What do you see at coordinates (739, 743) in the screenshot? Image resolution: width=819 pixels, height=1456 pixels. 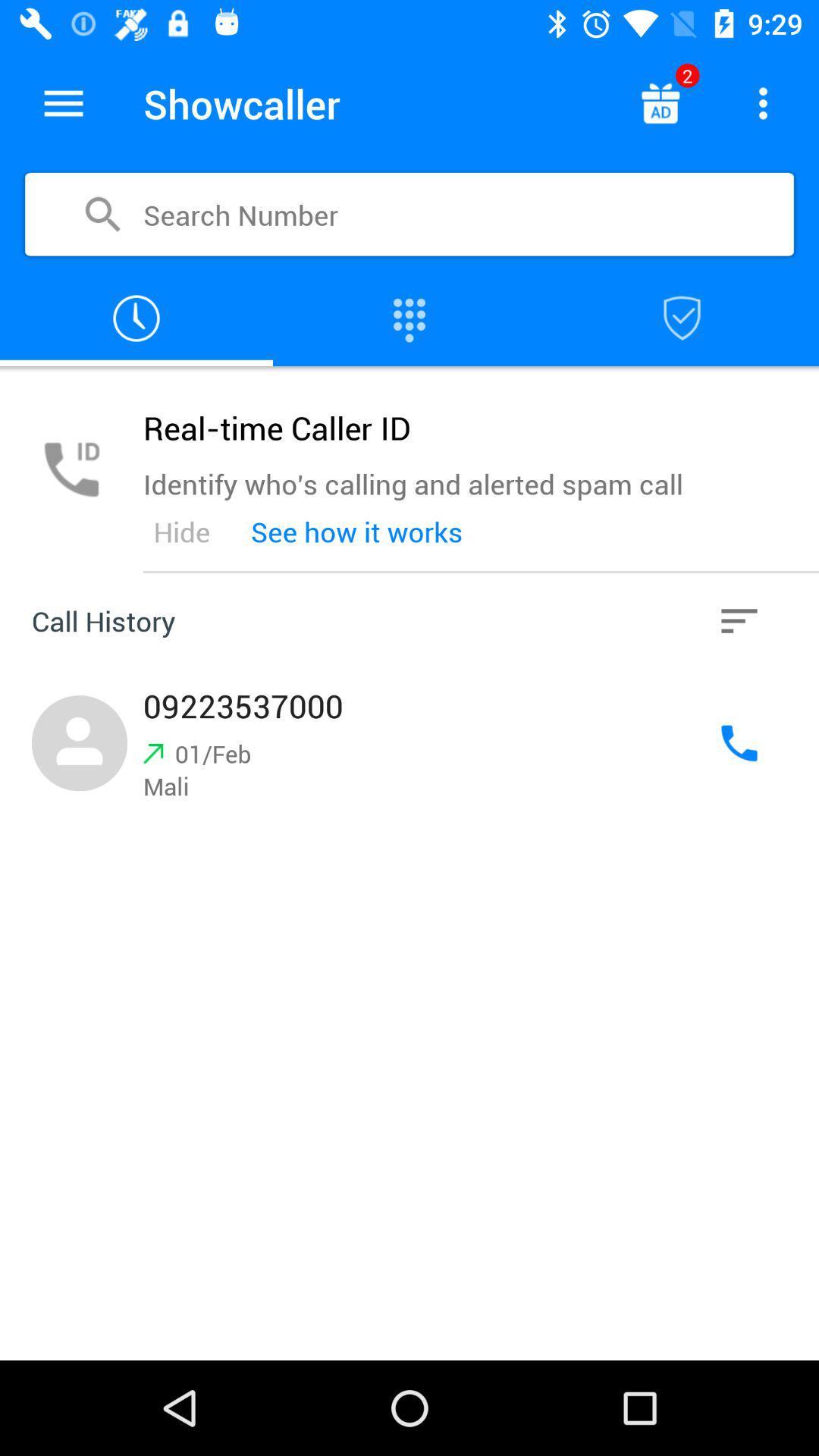 I see `call this number` at bounding box center [739, 743].